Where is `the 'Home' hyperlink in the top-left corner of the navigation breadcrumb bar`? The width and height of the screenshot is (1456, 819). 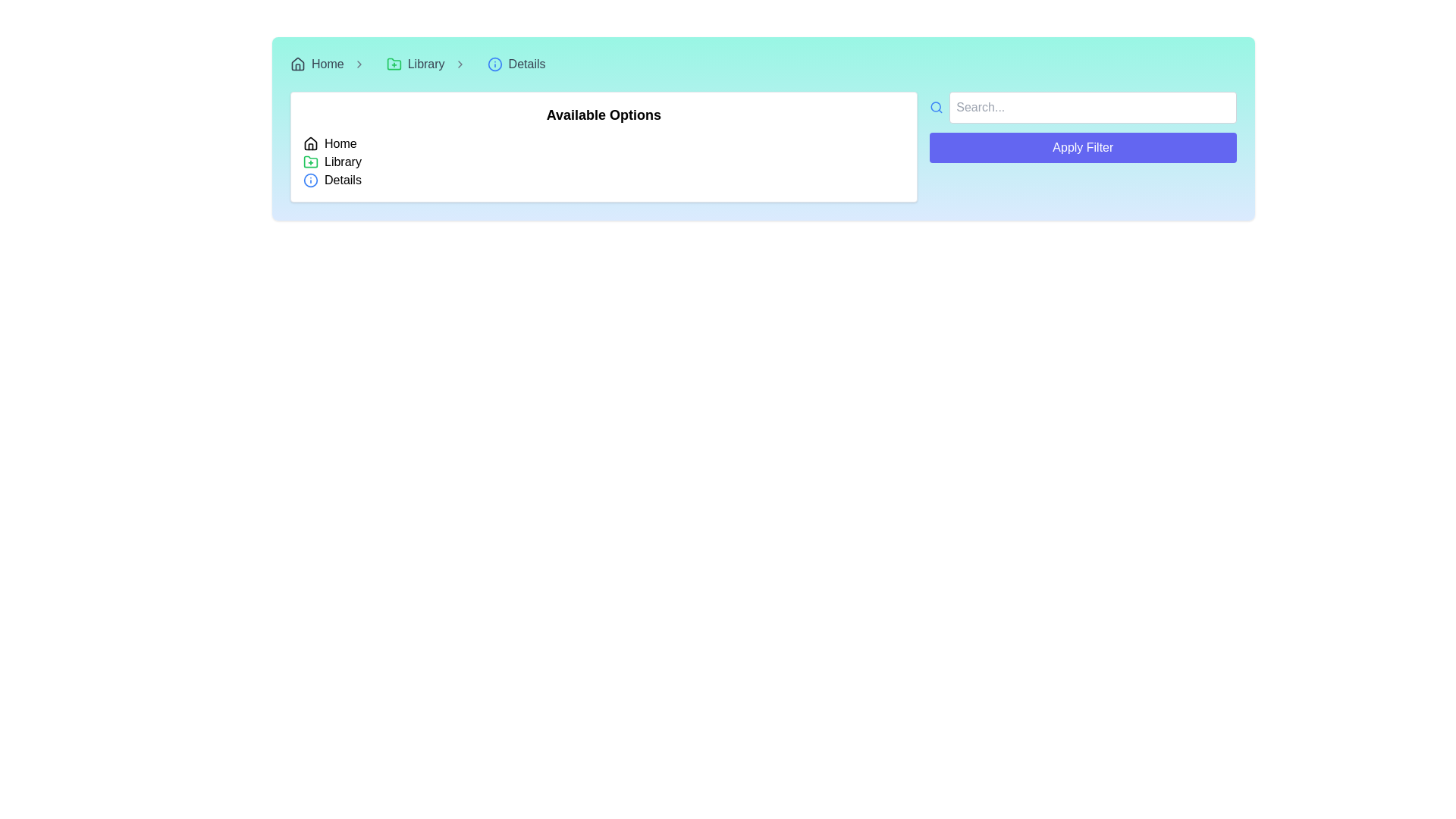
the 'Home' hyperlink in the top-left corner of the navigation breadcrumb bar is located at coordinates (316, 63).